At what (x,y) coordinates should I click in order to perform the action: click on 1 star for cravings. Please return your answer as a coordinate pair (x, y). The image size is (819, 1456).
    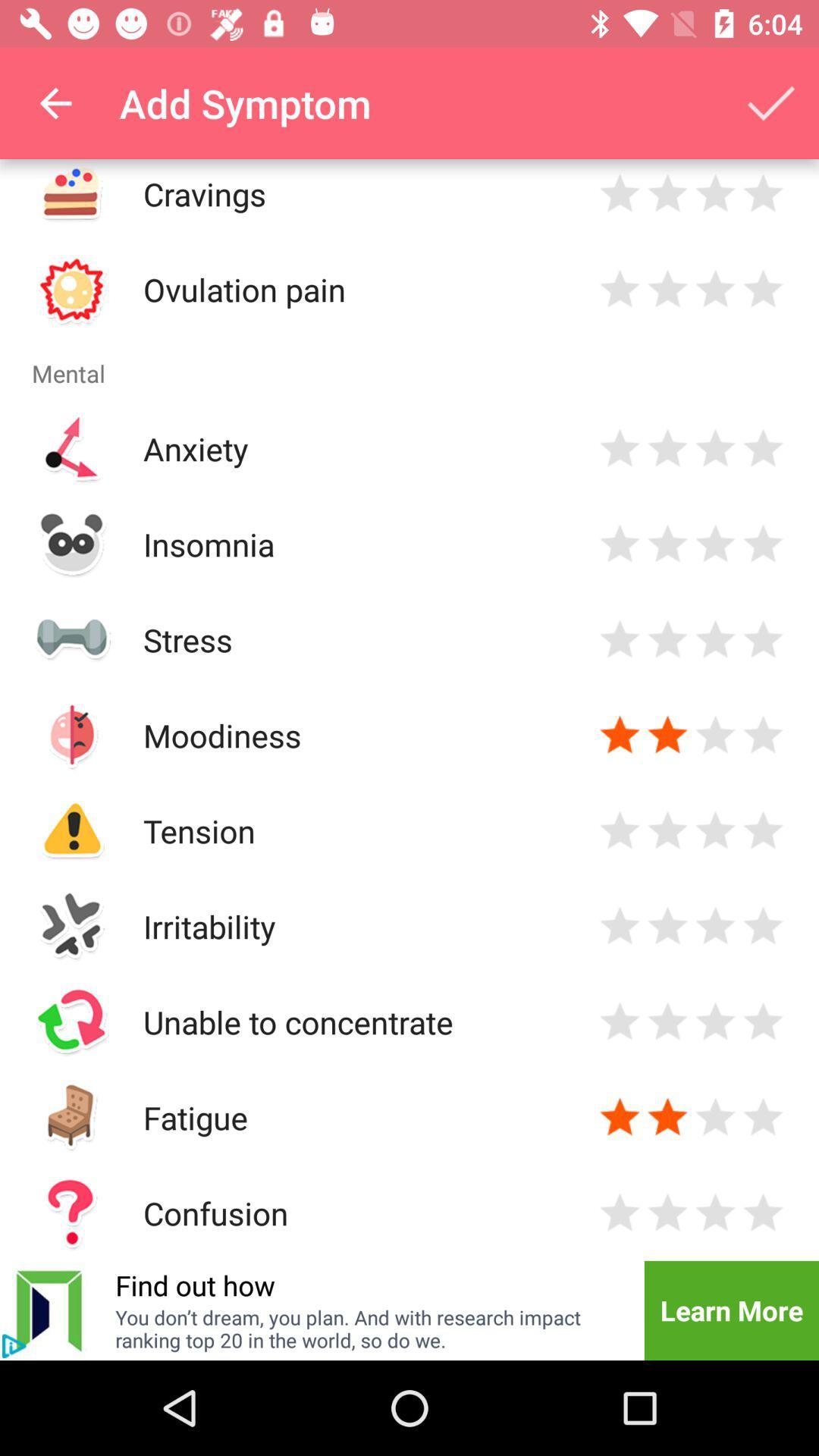
    Looking at the image, I should click on (620, 193).